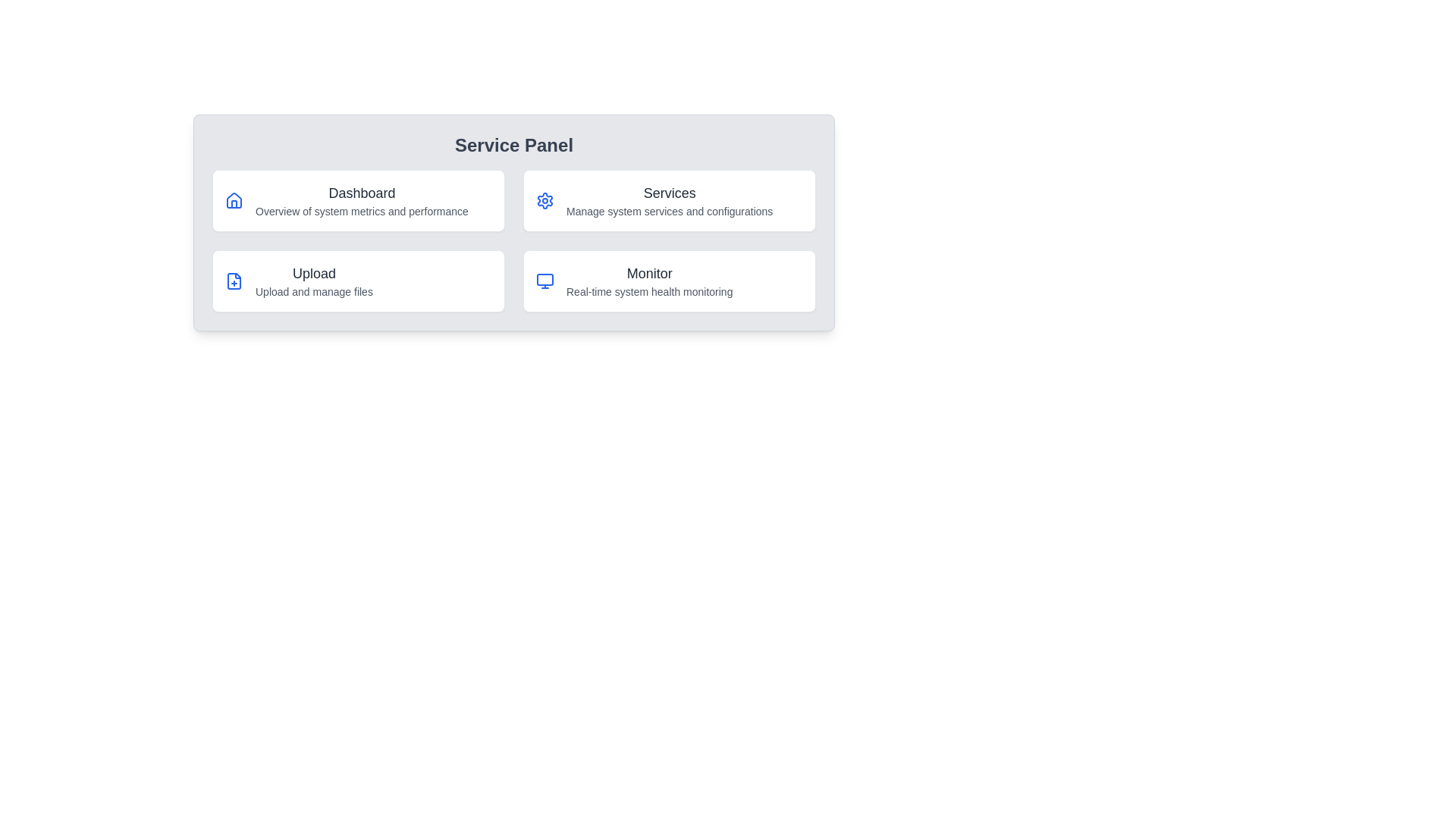 The image size is (1456, 819). What do you see at coordinates (669, 200) in the screenshot?
I see `text block titled 'Services' which describes managing system services and configurations, located in the upper-right section of the panel` at bounding box center [669, 200].